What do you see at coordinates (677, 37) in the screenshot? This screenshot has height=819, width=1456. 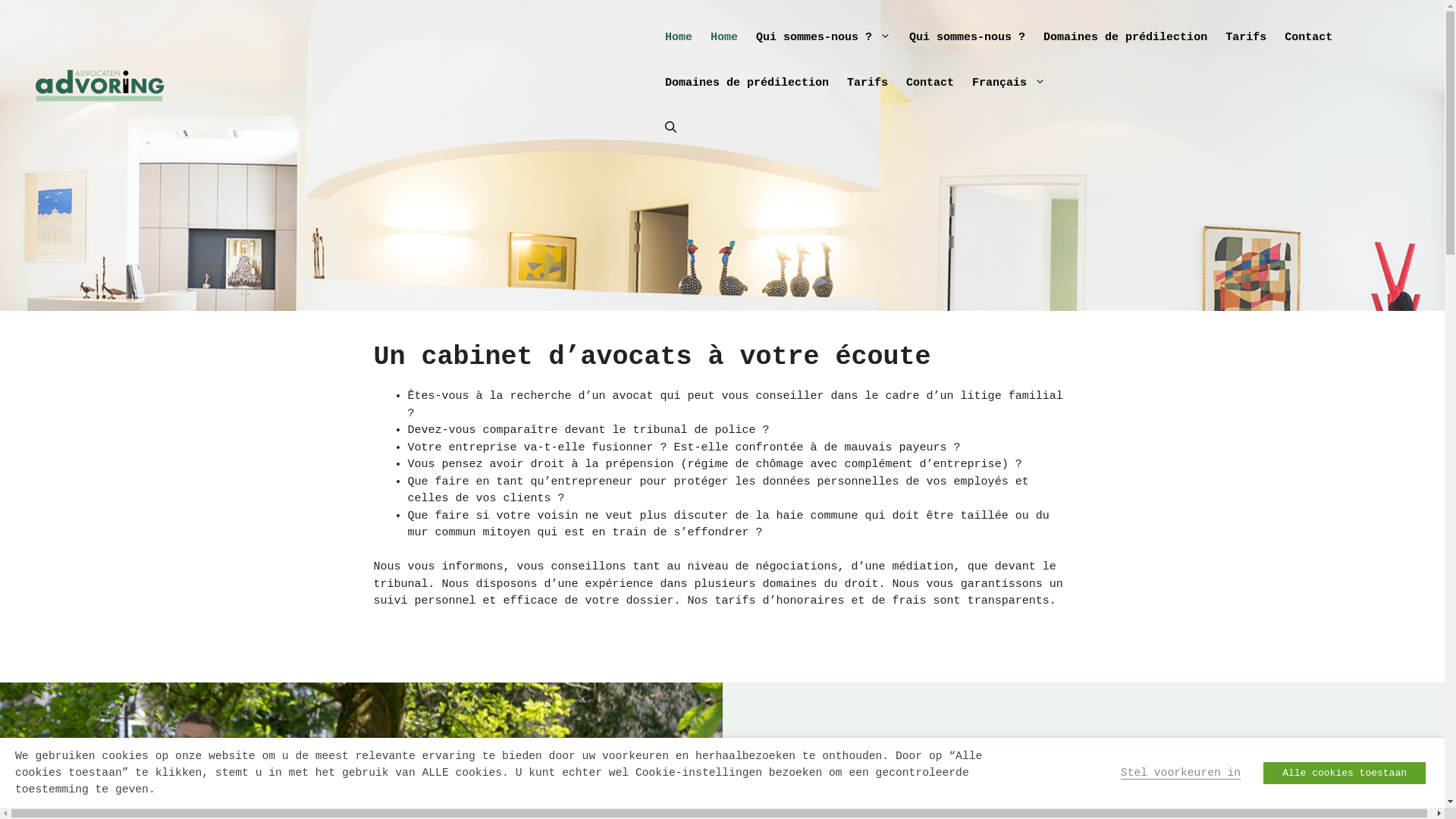 I see `'Home'` at bounding box center [677, 37].